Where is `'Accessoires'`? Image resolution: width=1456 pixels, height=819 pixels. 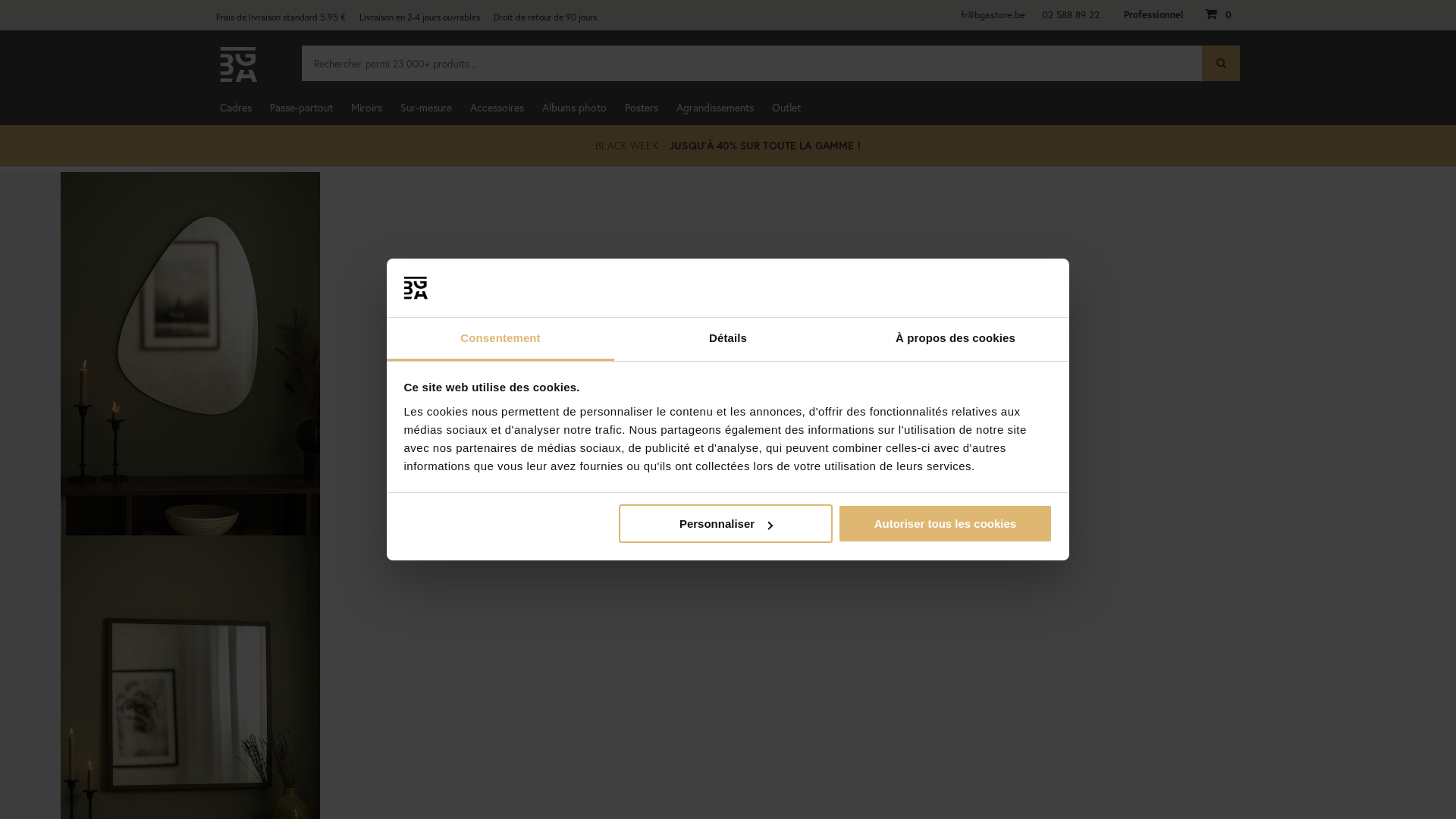
'Accessoires' is located at coordinates (461, 106).